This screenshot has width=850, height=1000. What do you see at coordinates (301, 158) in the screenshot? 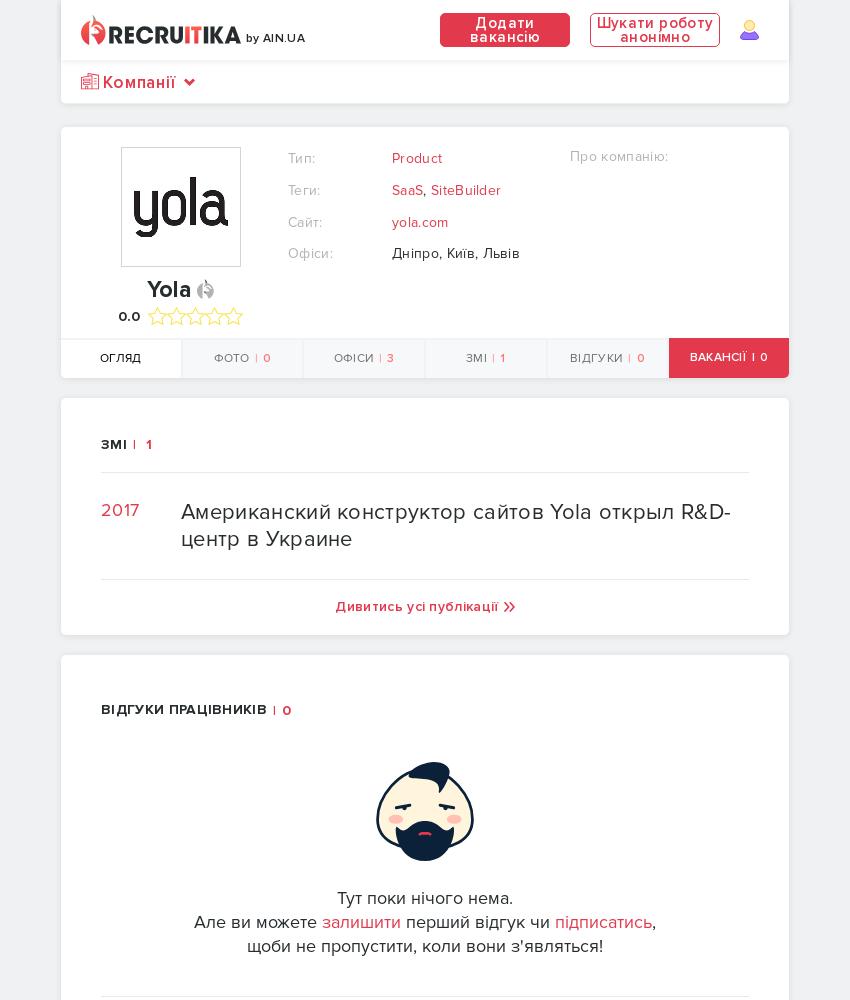
I see `'Тип:'` at bounding box center [301, 158].